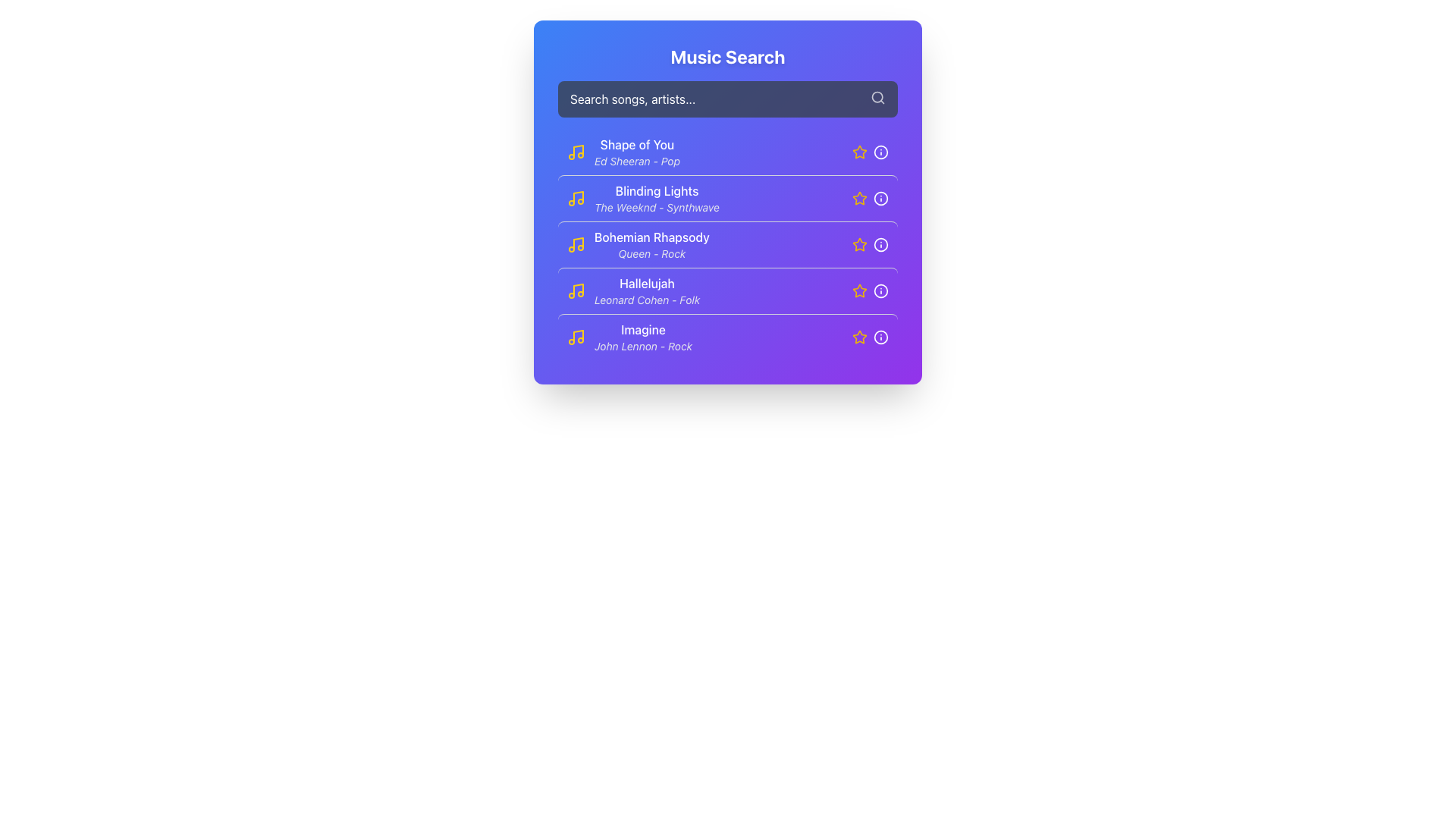 This screenshot has width=1456, height=819. I want to click on the informational icon for the song 'Imagine' by John Lennon, located at the rightmost side of its row, second from the left, so click(880, 336).